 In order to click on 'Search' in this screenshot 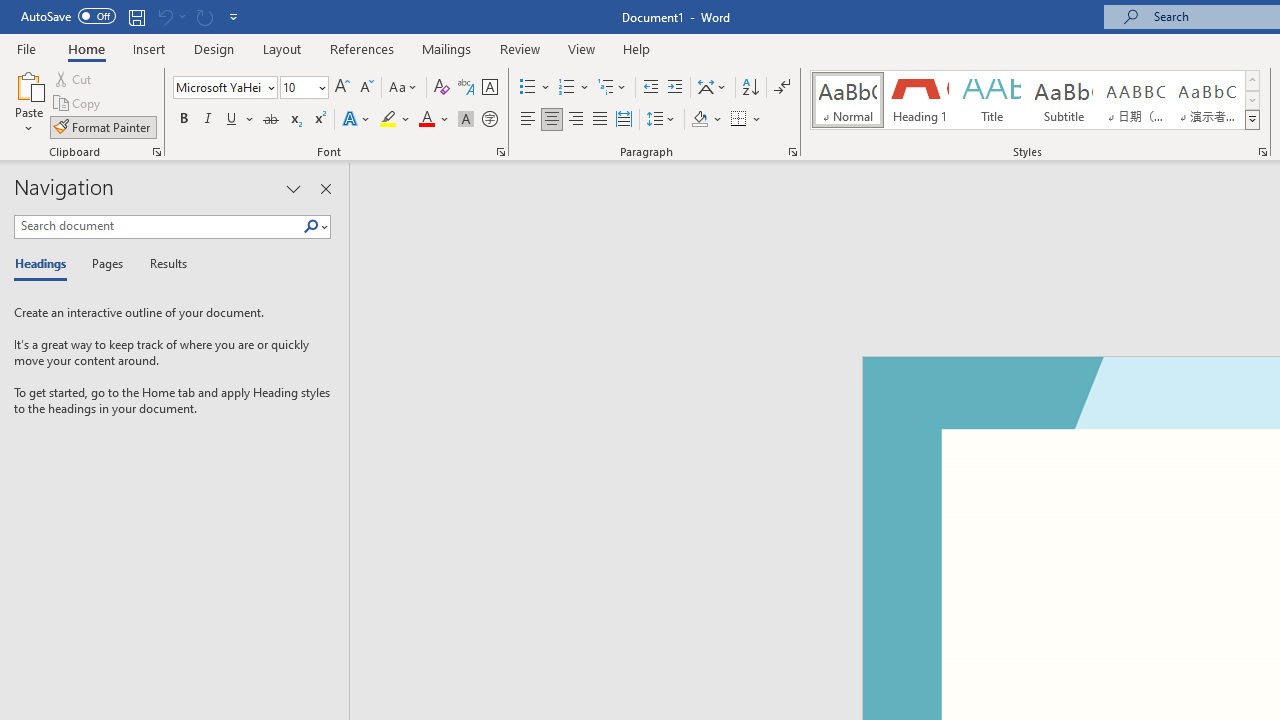, I will do `click(310, 226)`.